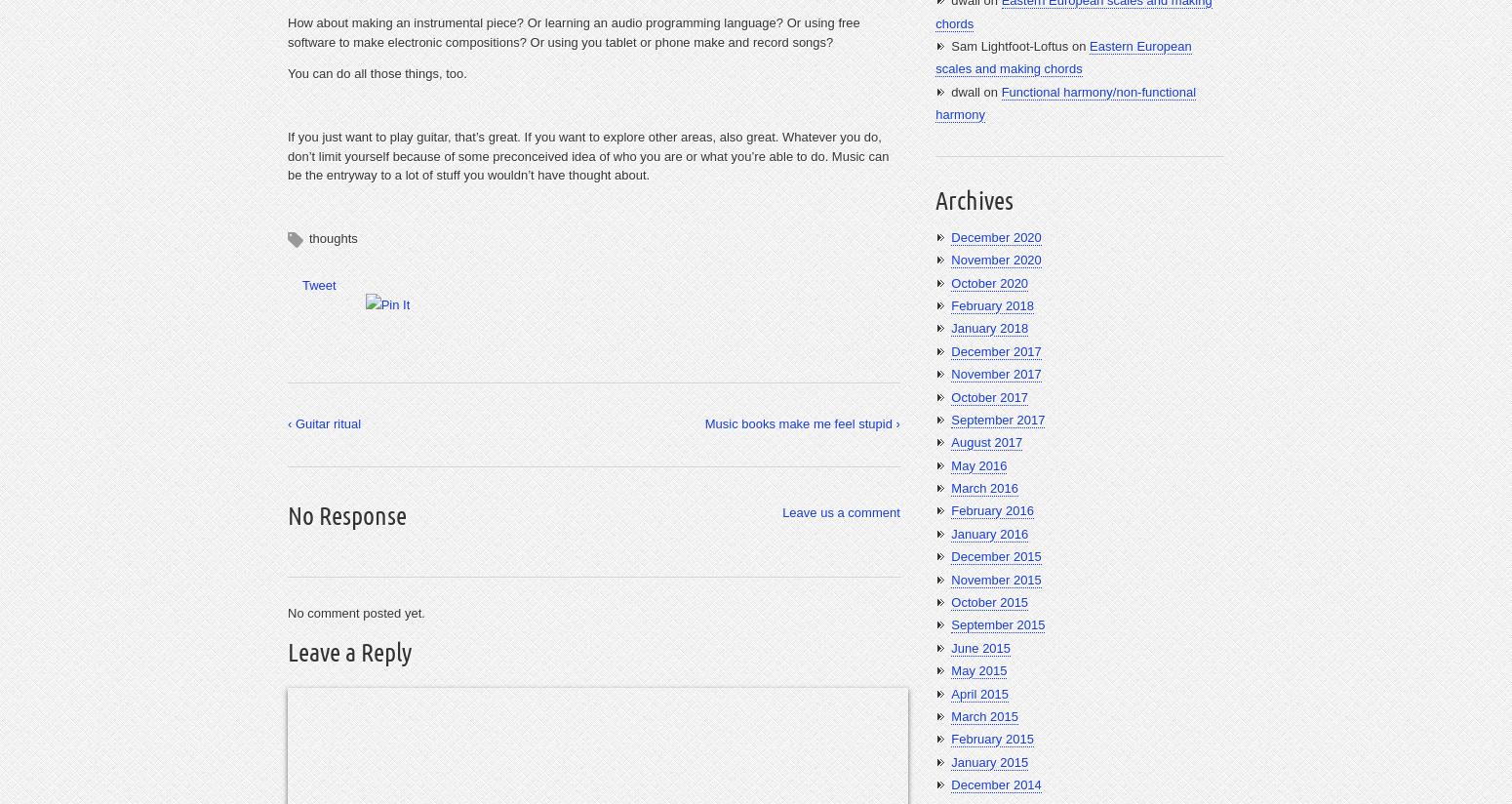  Describe the element at coordinates (949, 260) in the screenshot. I see `'November 2020'` at that location.